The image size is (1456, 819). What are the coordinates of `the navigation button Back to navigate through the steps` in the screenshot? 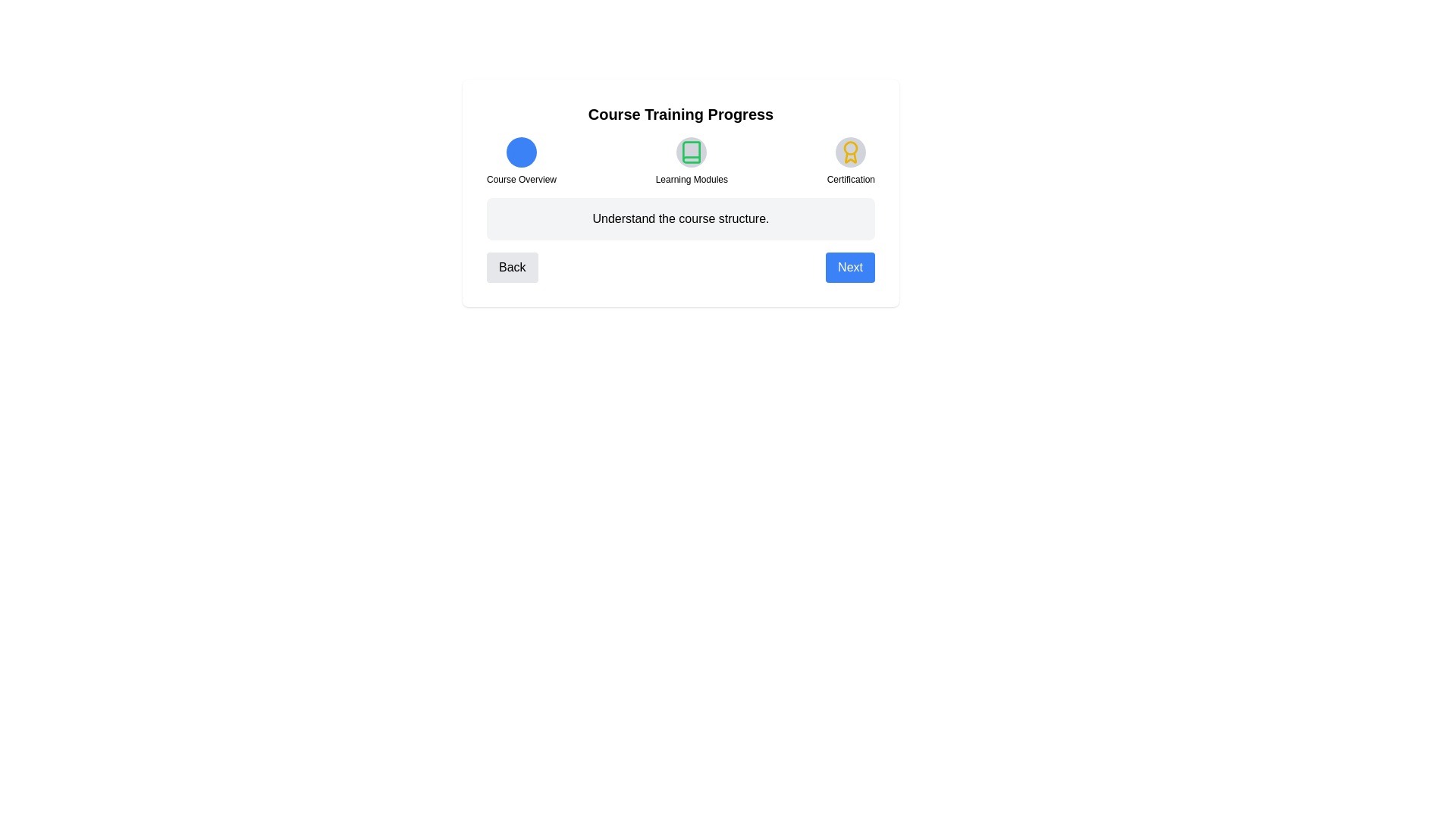 It's located at (512, 267).